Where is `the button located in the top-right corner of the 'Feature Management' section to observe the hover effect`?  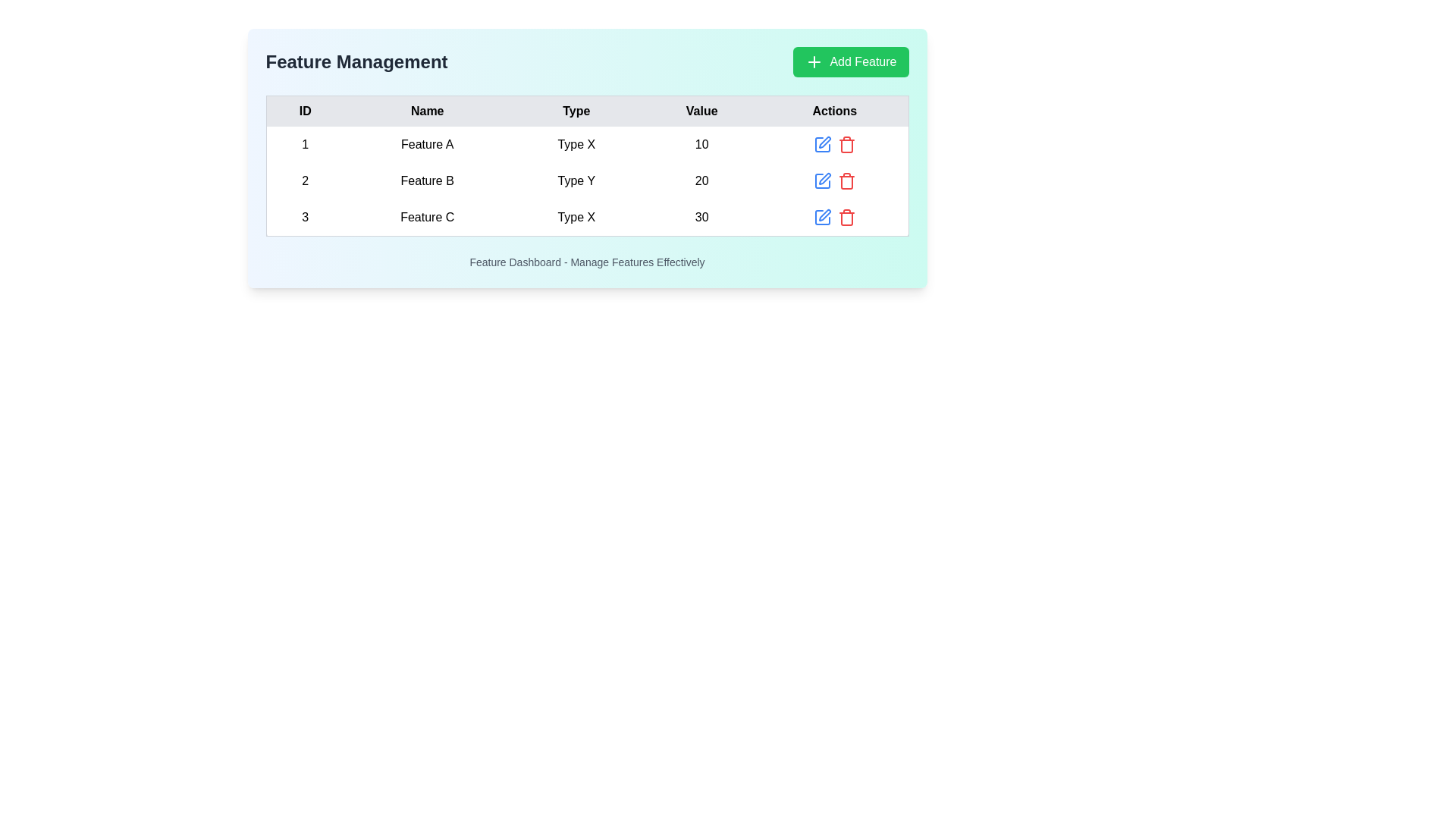 the button located in the top-right corner of the 'Feature Management' section to observe the hover effect is located at coordinates (851, 61).